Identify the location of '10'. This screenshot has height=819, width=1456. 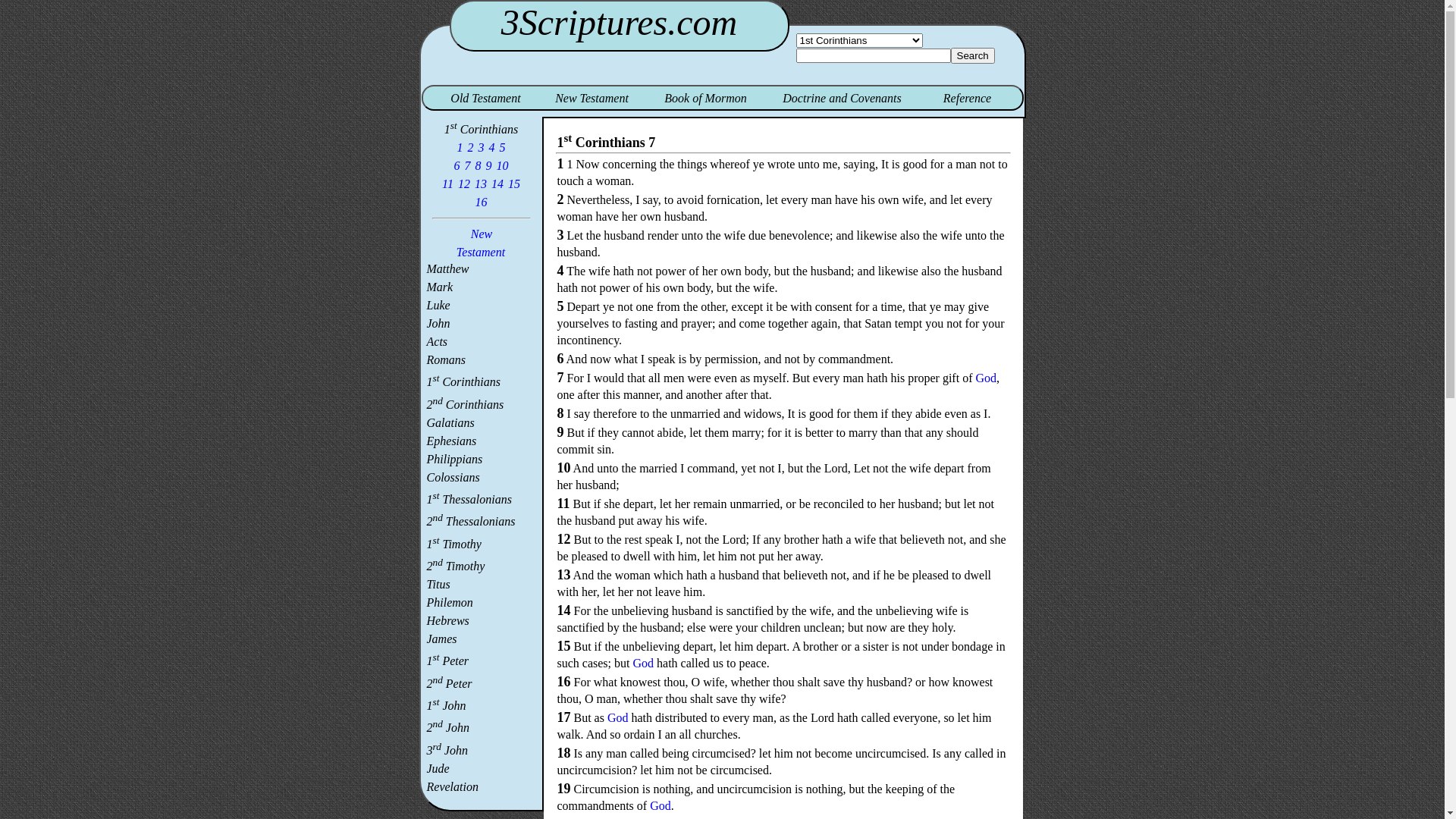
(495, 165).